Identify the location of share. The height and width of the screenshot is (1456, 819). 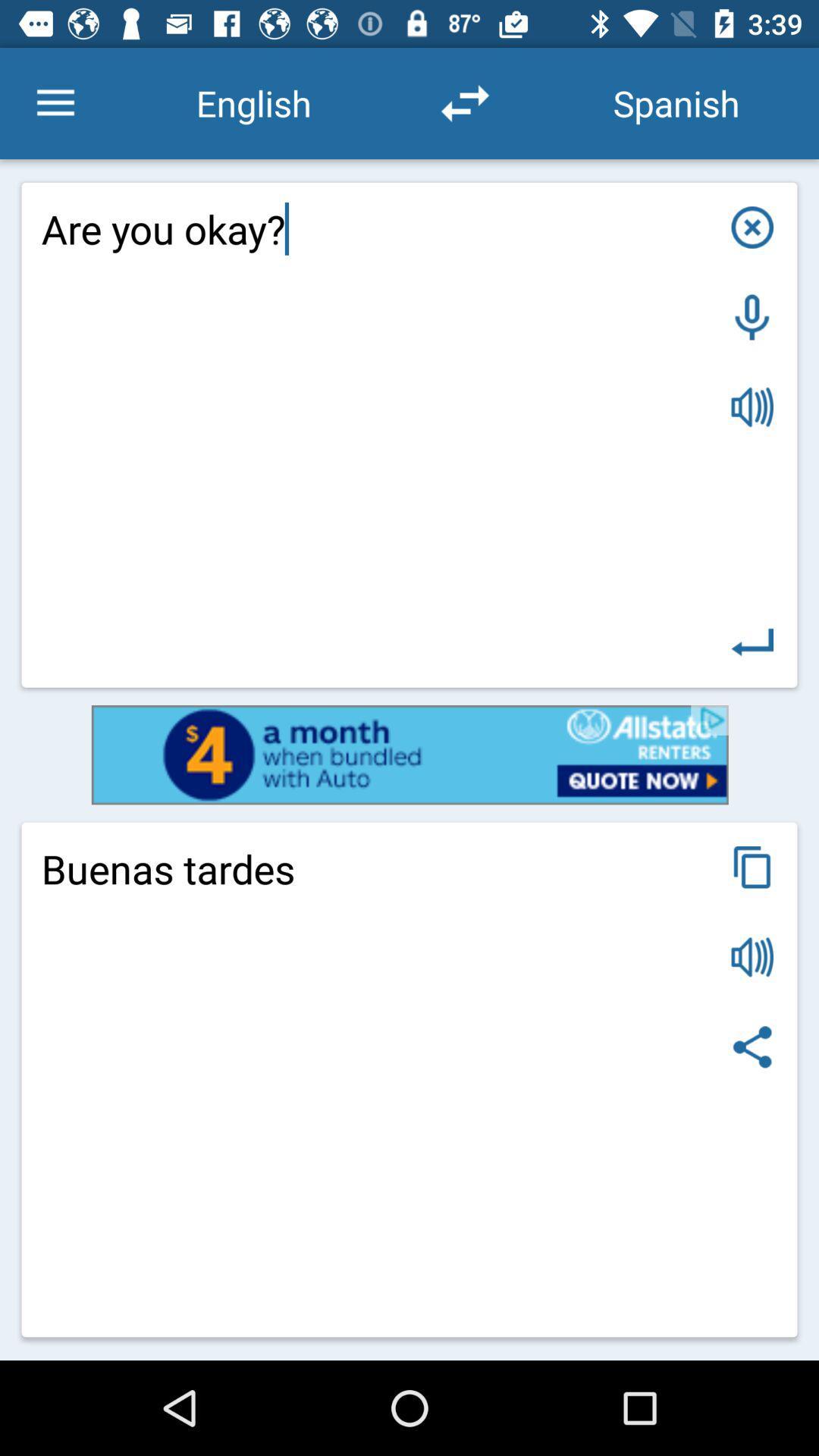
(752, 1046).